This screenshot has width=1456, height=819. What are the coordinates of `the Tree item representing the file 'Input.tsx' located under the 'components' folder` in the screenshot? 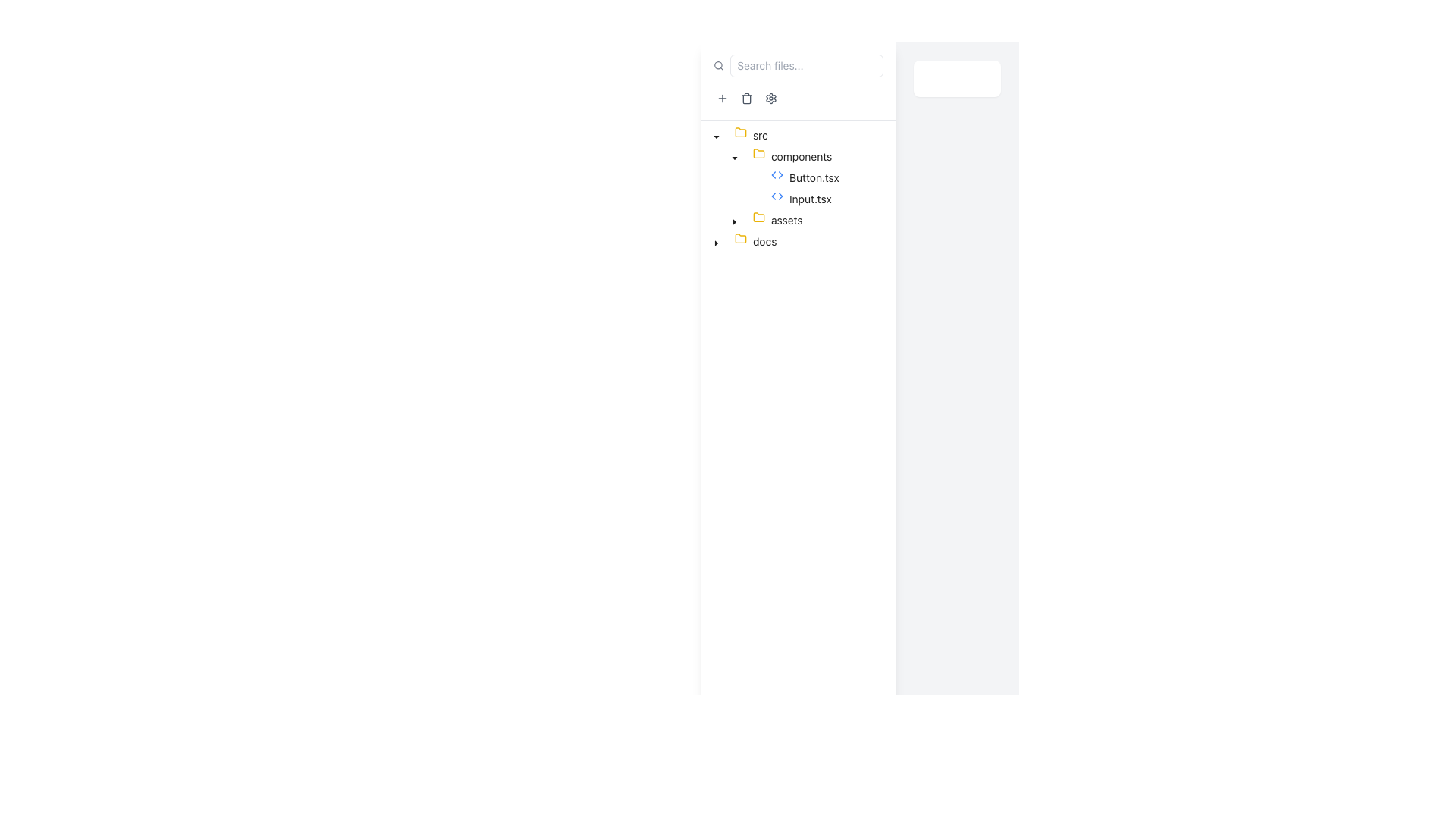 It's located at (772, 198).